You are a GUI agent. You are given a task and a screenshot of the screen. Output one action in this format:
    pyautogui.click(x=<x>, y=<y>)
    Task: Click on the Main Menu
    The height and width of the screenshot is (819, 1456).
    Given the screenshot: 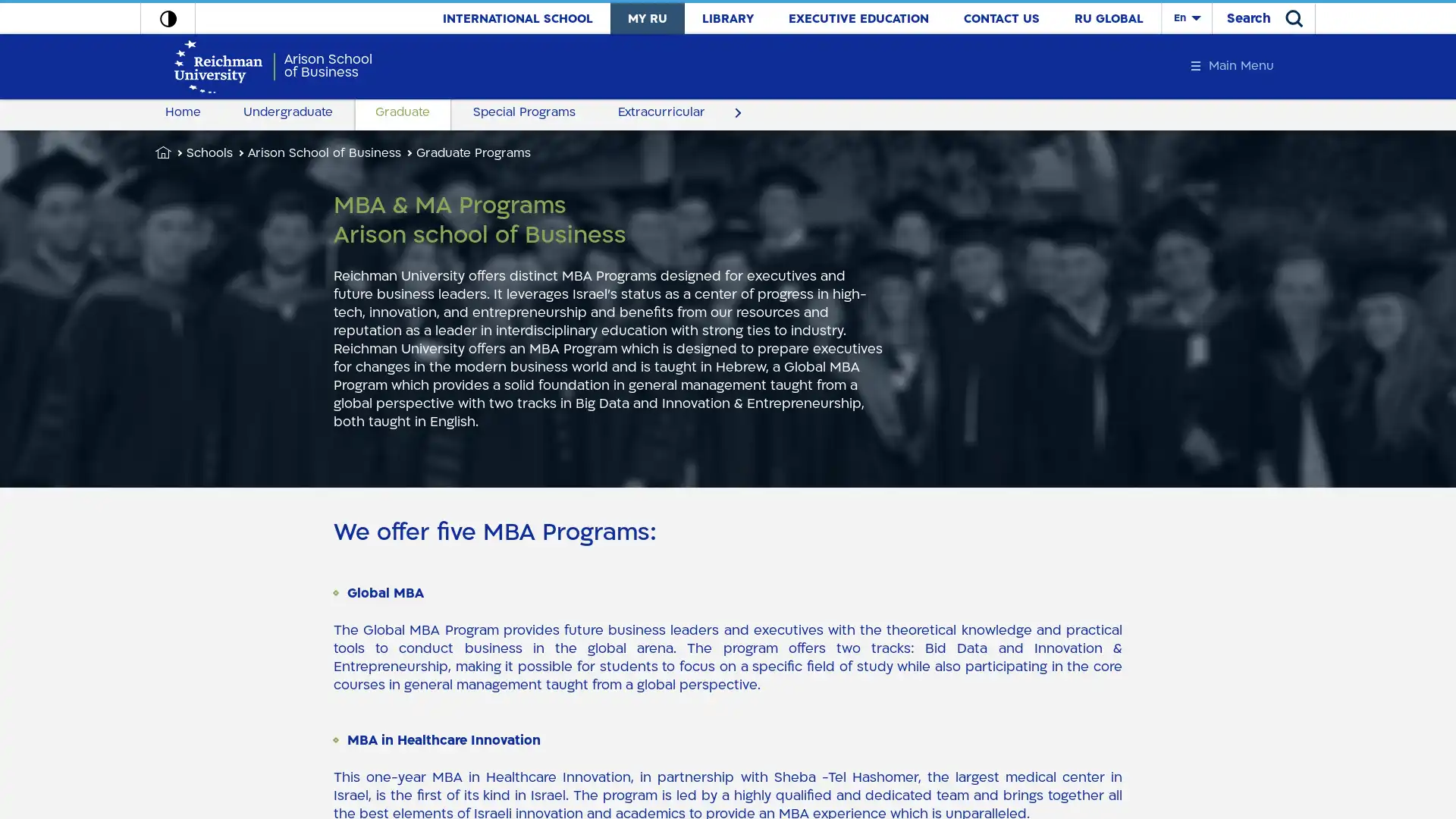 What is the action you would take?
    pyautogui.click(x=1232, y=66)
    